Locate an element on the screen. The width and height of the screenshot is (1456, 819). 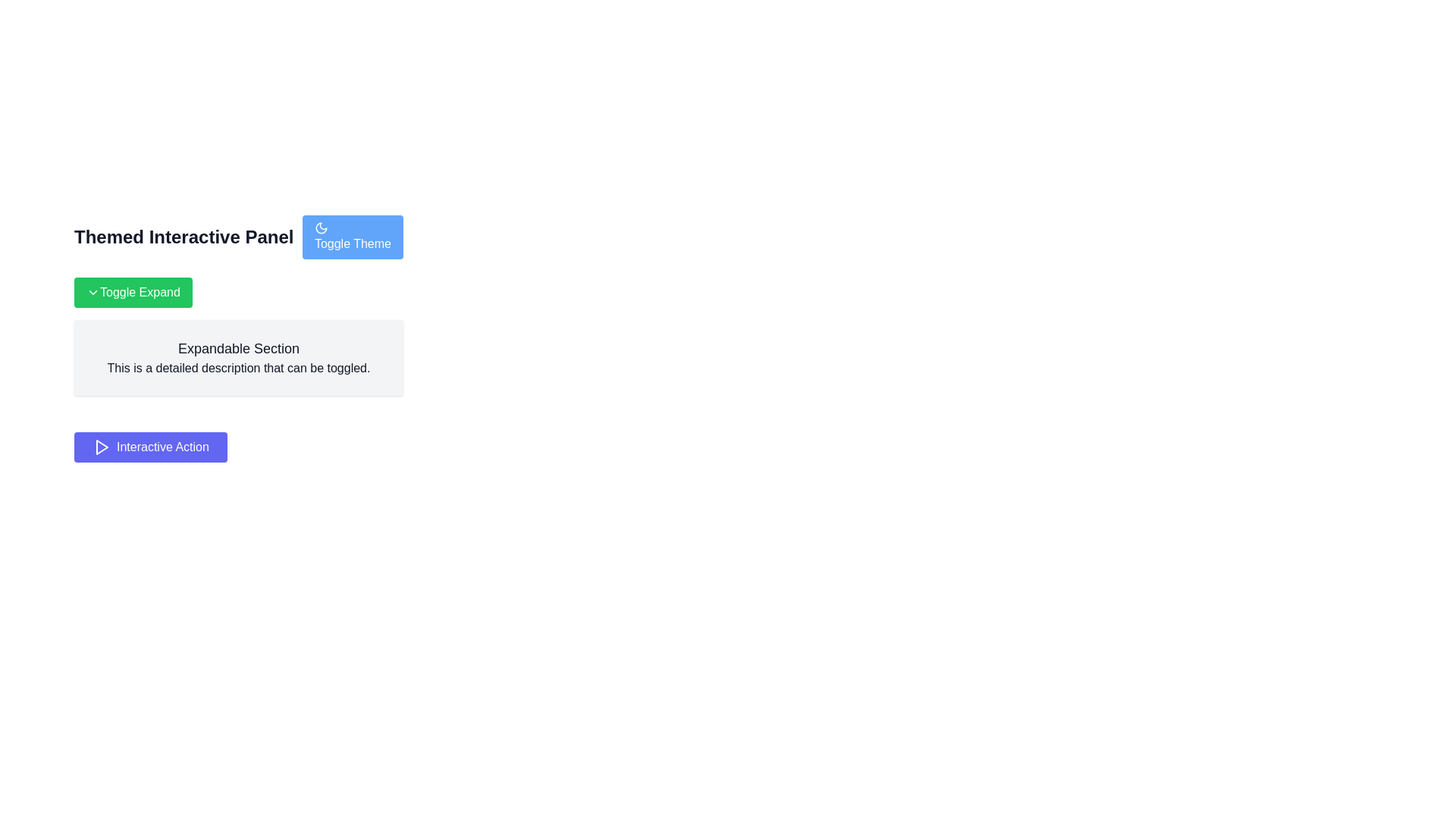
the rectangular button with a blue background labeled 'Interactive Action' to initiate an action is located at coordinates (238, 438).